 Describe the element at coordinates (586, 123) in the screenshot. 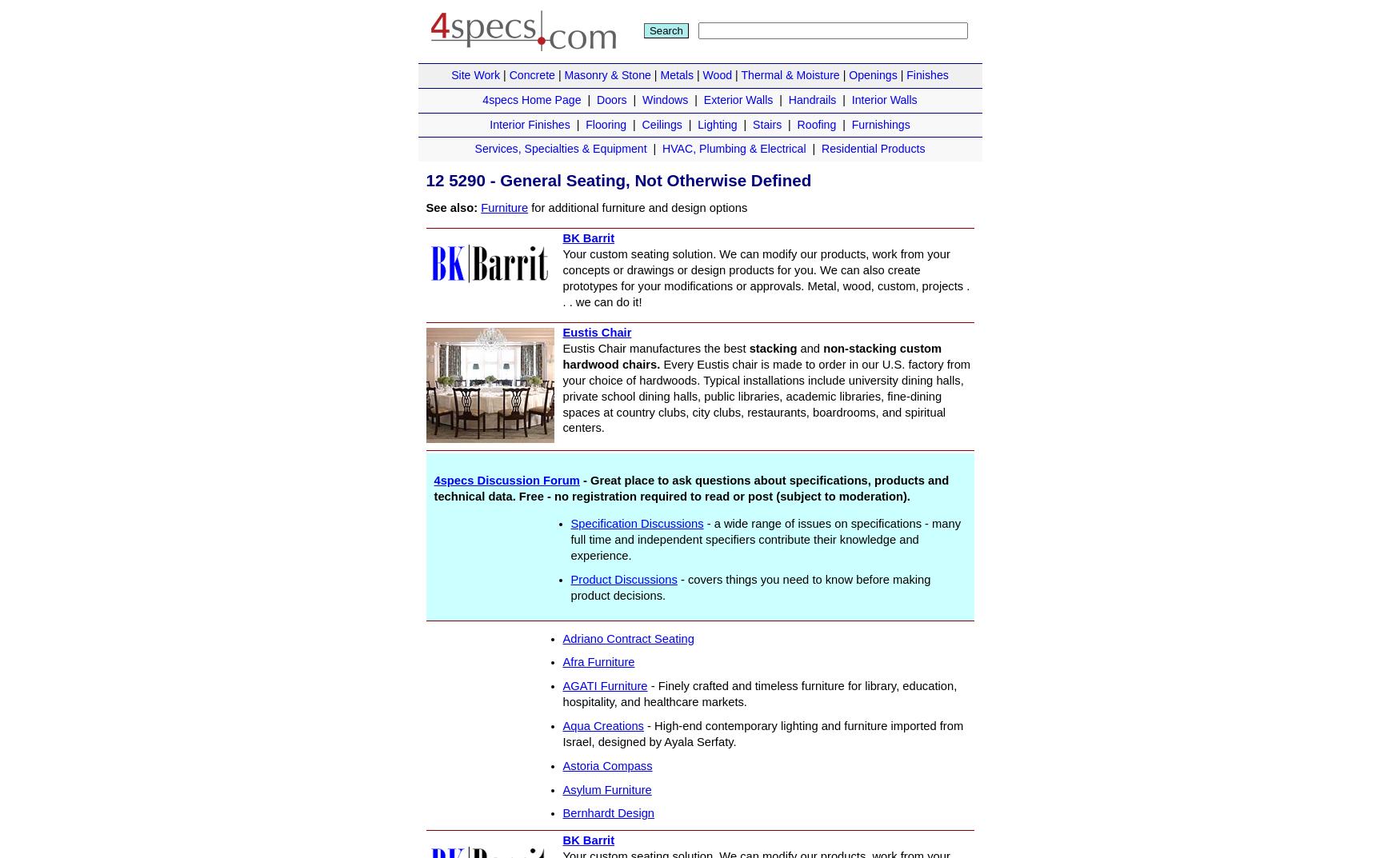

I see `'Flooring'` at that location.